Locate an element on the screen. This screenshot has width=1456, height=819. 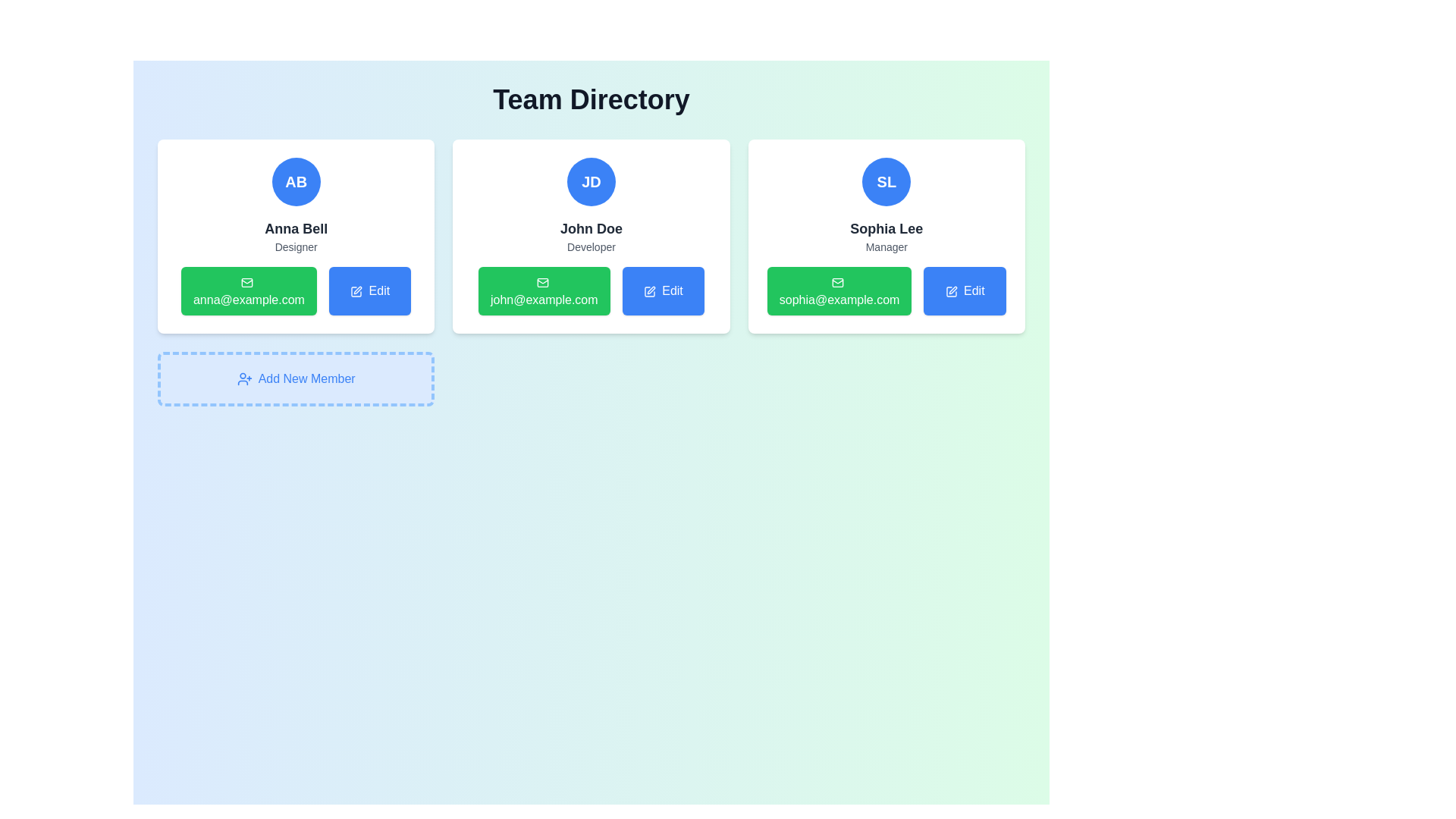
the third team member's card in the grid layout under the 'Team Directory' to activate visual feedback is located at coordinates (886, 237).